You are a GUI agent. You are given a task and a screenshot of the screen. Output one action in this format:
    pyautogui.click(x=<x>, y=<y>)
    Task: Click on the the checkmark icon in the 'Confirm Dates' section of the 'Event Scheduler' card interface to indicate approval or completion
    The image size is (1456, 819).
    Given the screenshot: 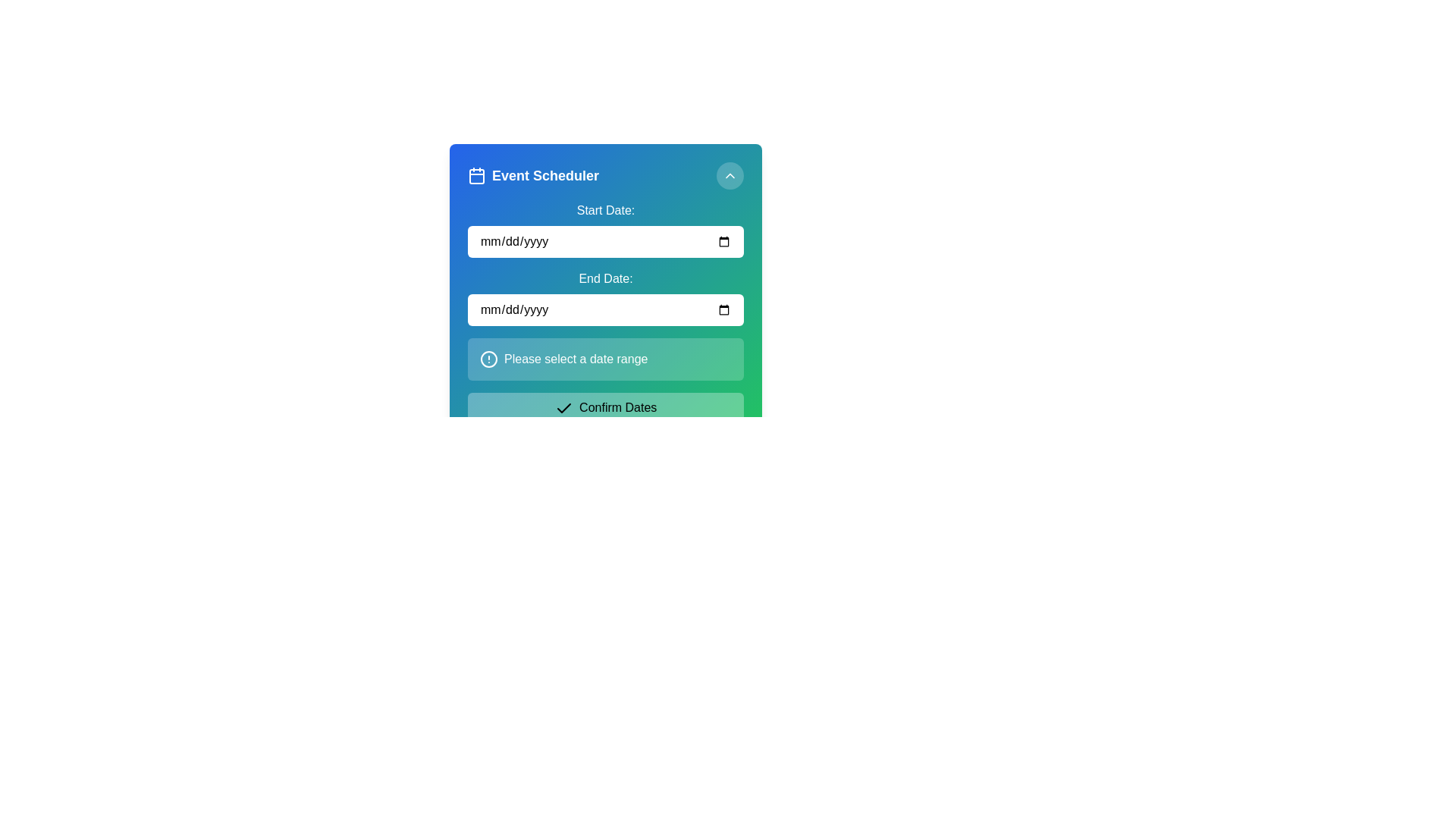 What is the action you would take?
    pyautogui.click(x=563, y=407)
    